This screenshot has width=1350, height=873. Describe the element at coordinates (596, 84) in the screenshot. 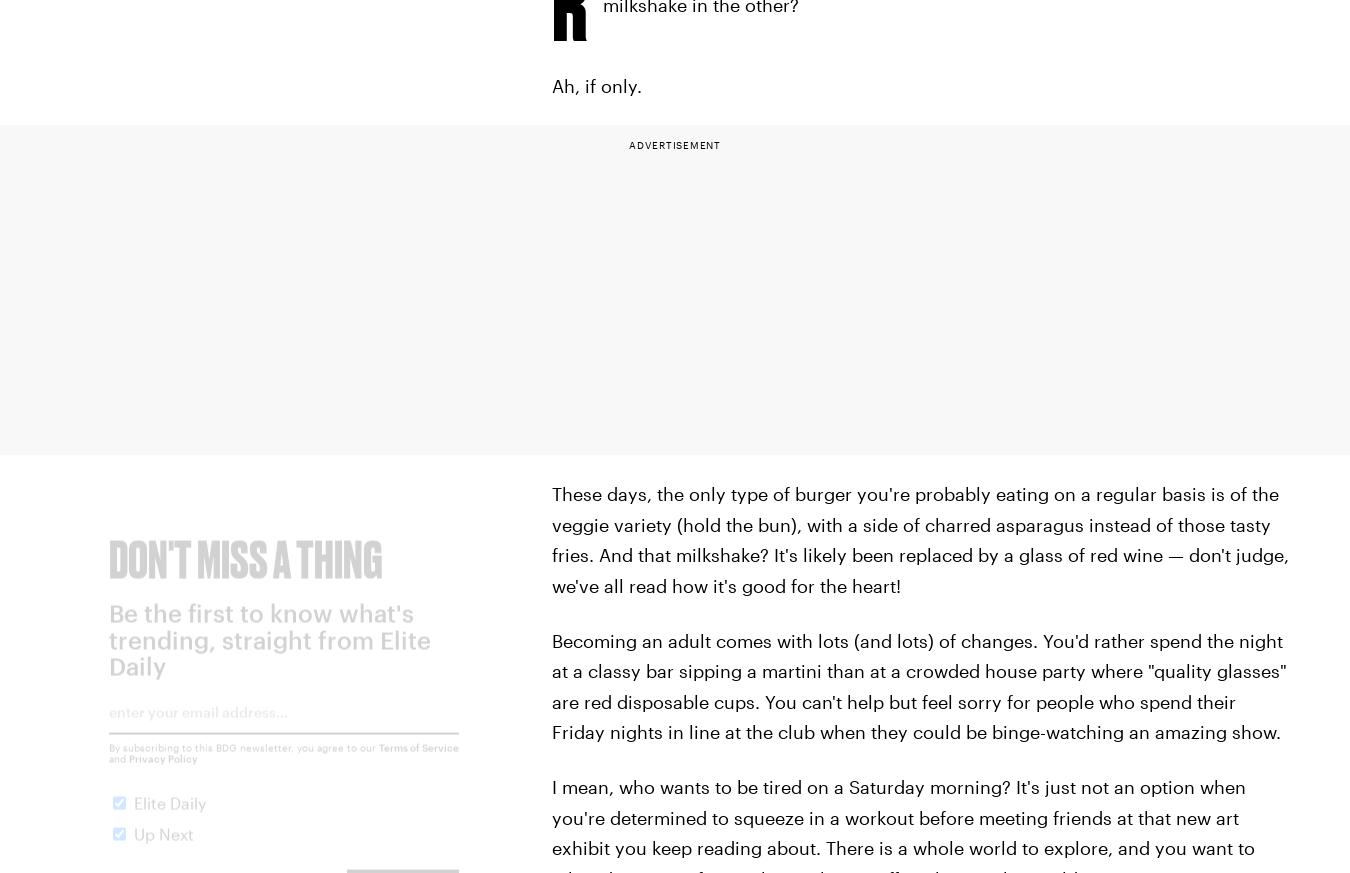

I see `'Ah, if only.'` at that location.